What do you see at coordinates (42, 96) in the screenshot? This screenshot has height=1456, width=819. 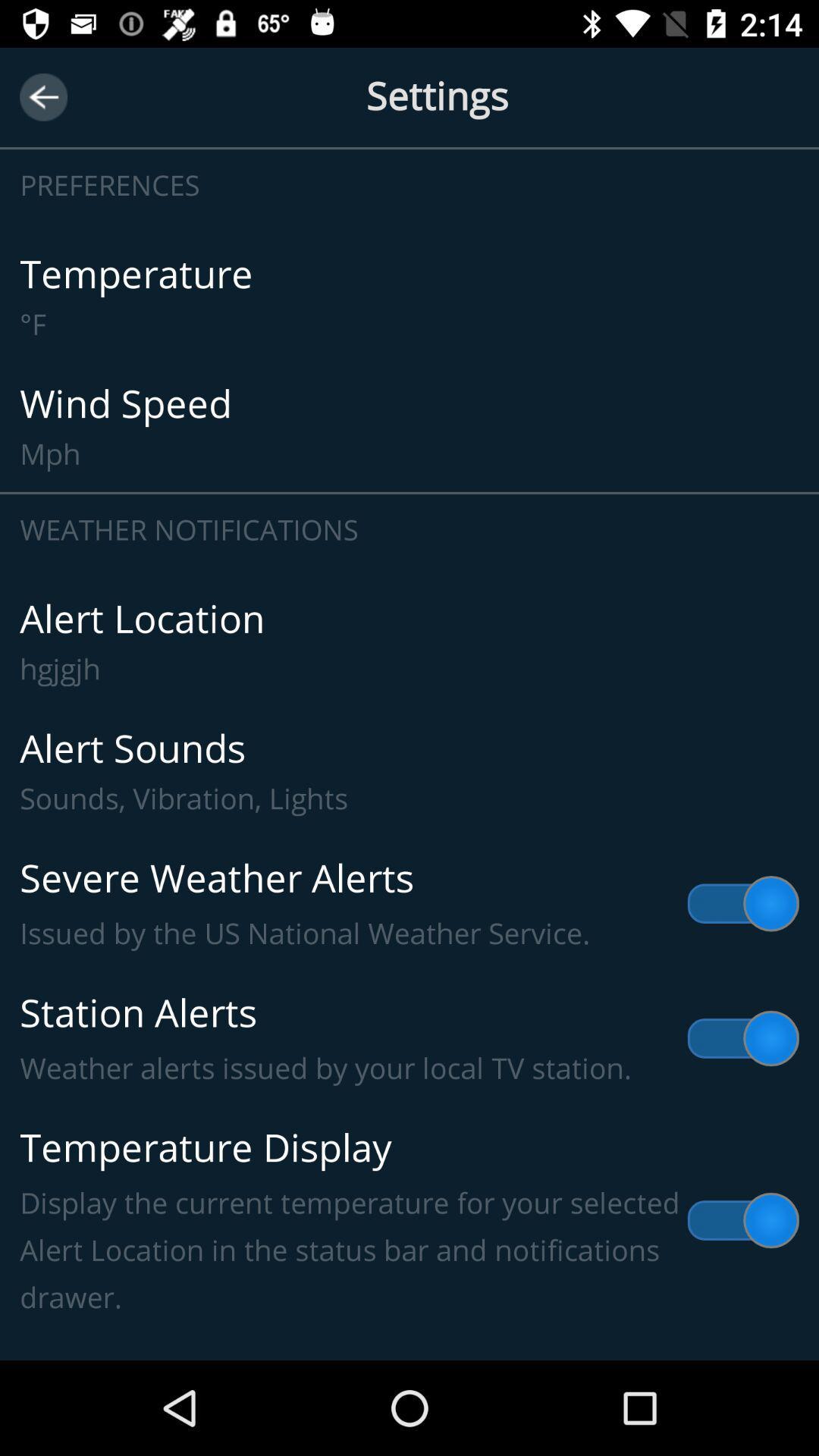 I see `the arrow_backward icon` at bounding box center [42, 96].